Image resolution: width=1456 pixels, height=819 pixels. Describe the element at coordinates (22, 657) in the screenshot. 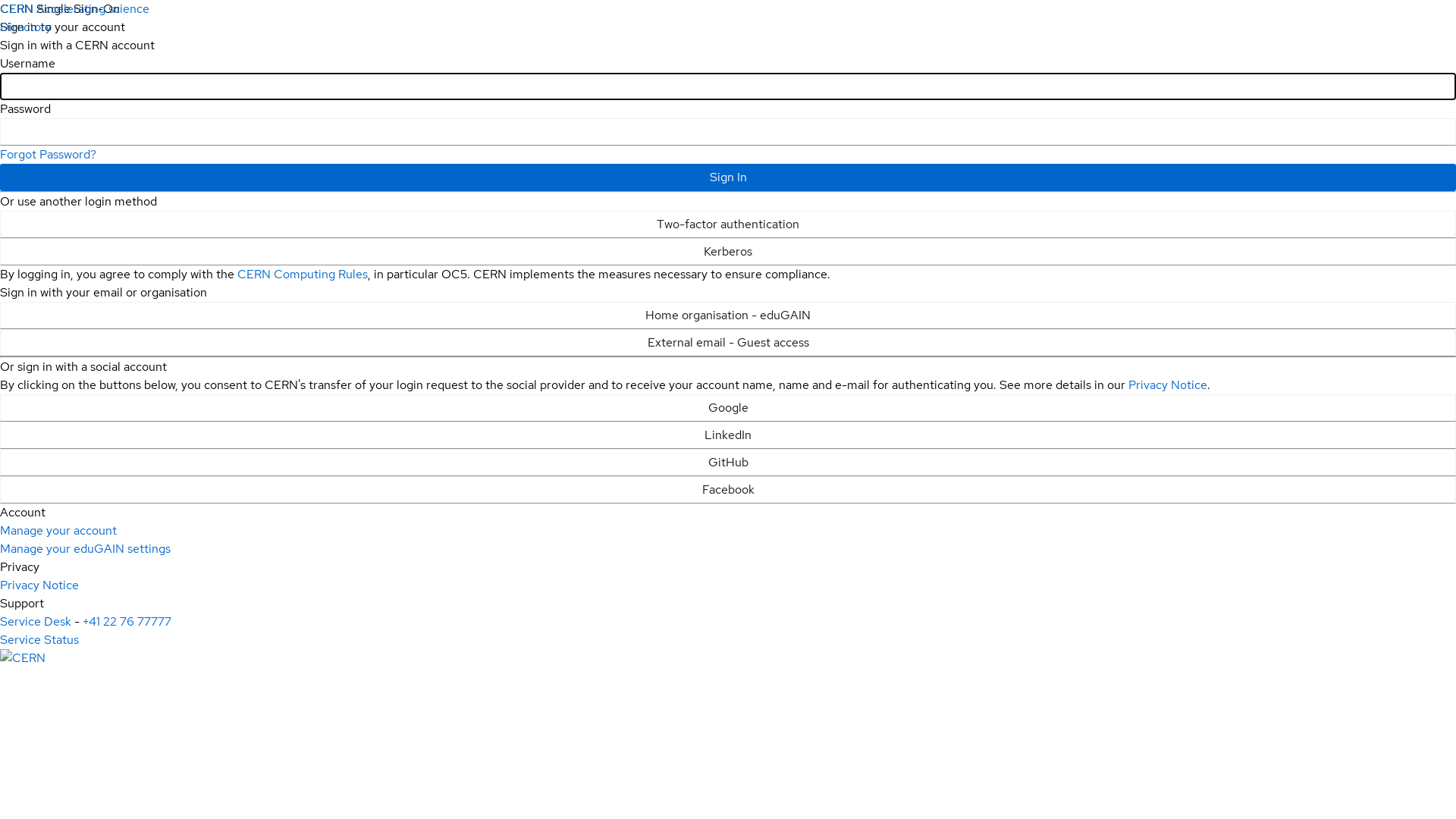

I see `'CERN'` at that location.